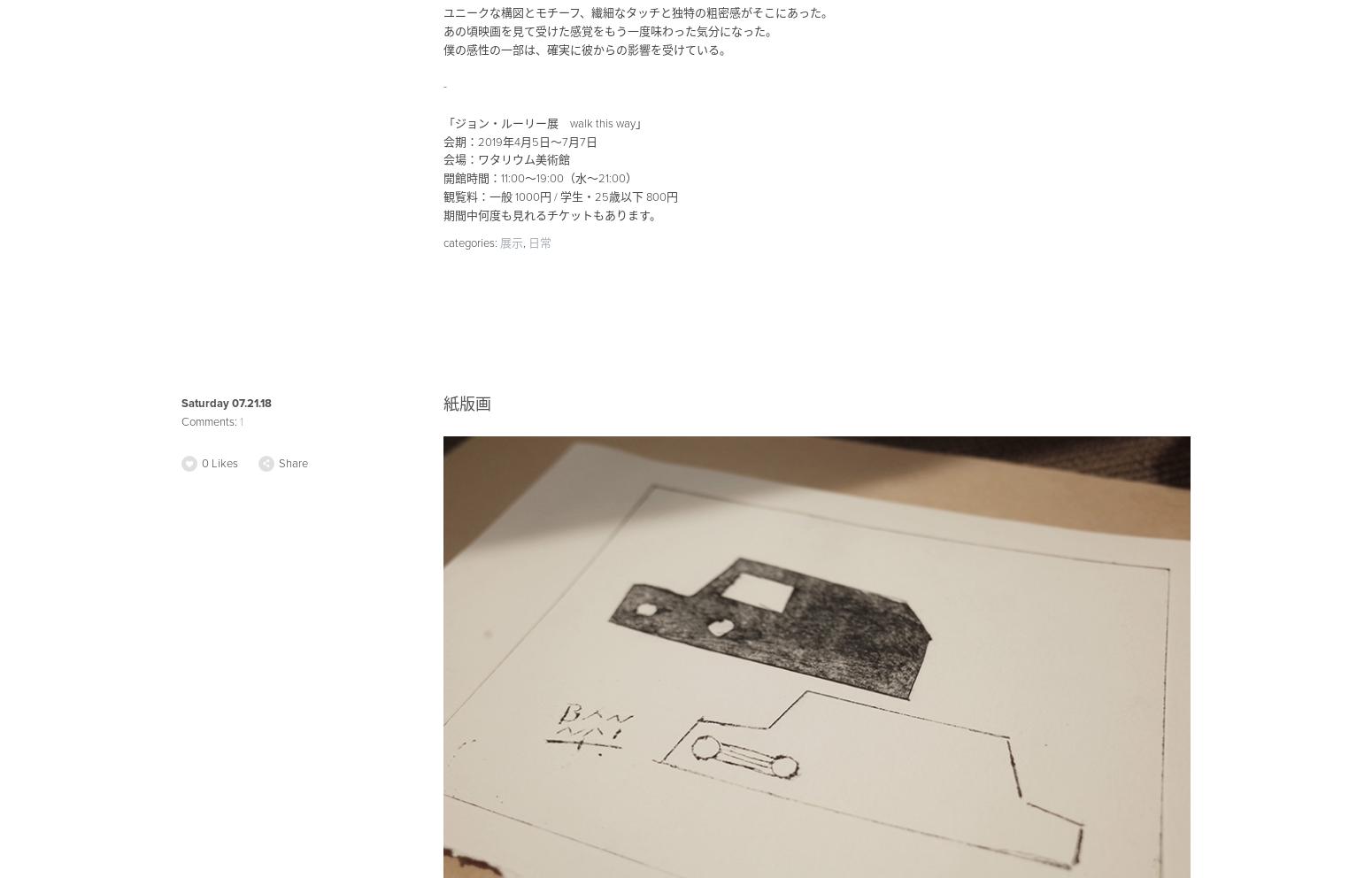 The width and height of the screenshot is (1372, 878). Describe the element at coordinates (227, 402) in the screenshot. I see `'Saturday 07.21.18'` at that location.